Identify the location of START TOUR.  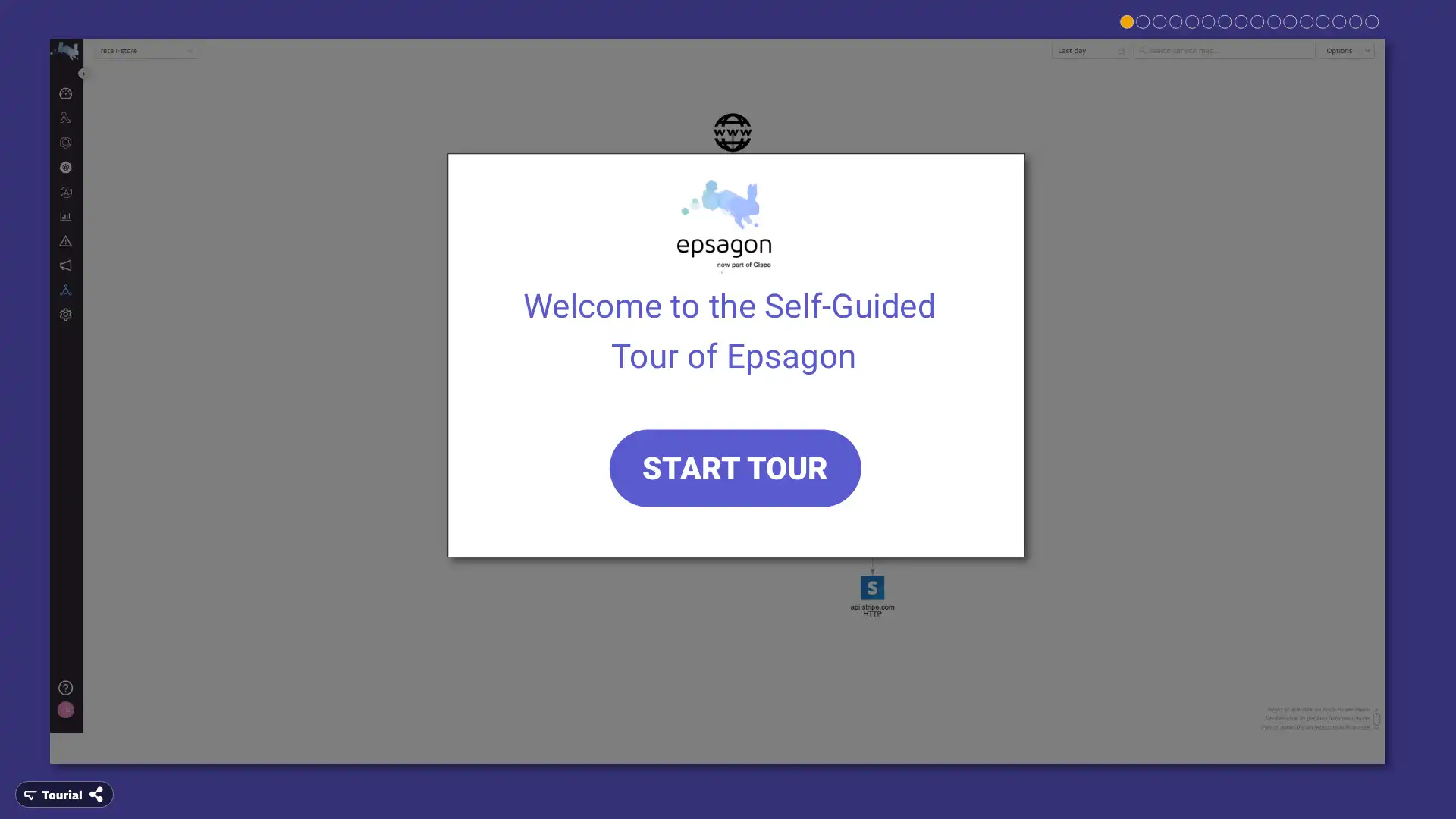
(735, 467).